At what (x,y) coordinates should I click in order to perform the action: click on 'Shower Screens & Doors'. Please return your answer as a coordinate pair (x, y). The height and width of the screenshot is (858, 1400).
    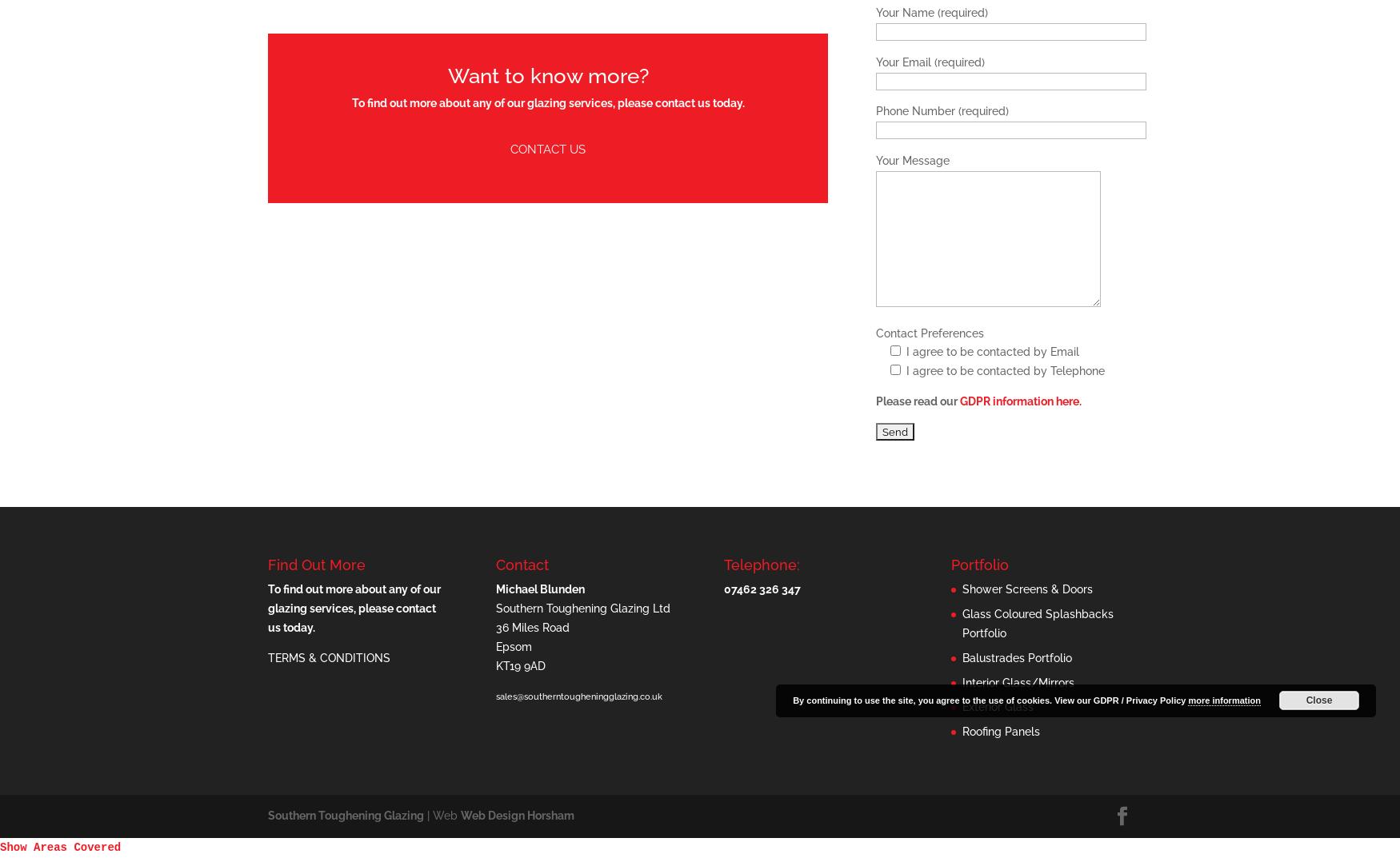
    Looking at the image, I should click on (1026, 589).